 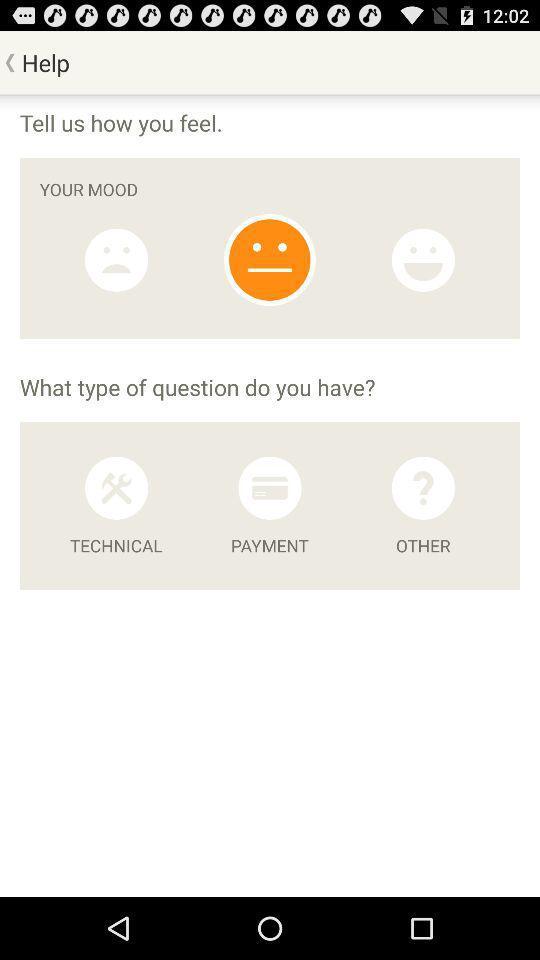 What do you see at coordinates (422, 487) in the screenshot?
I see `open other questions menu` at bounding box center [422, 487].